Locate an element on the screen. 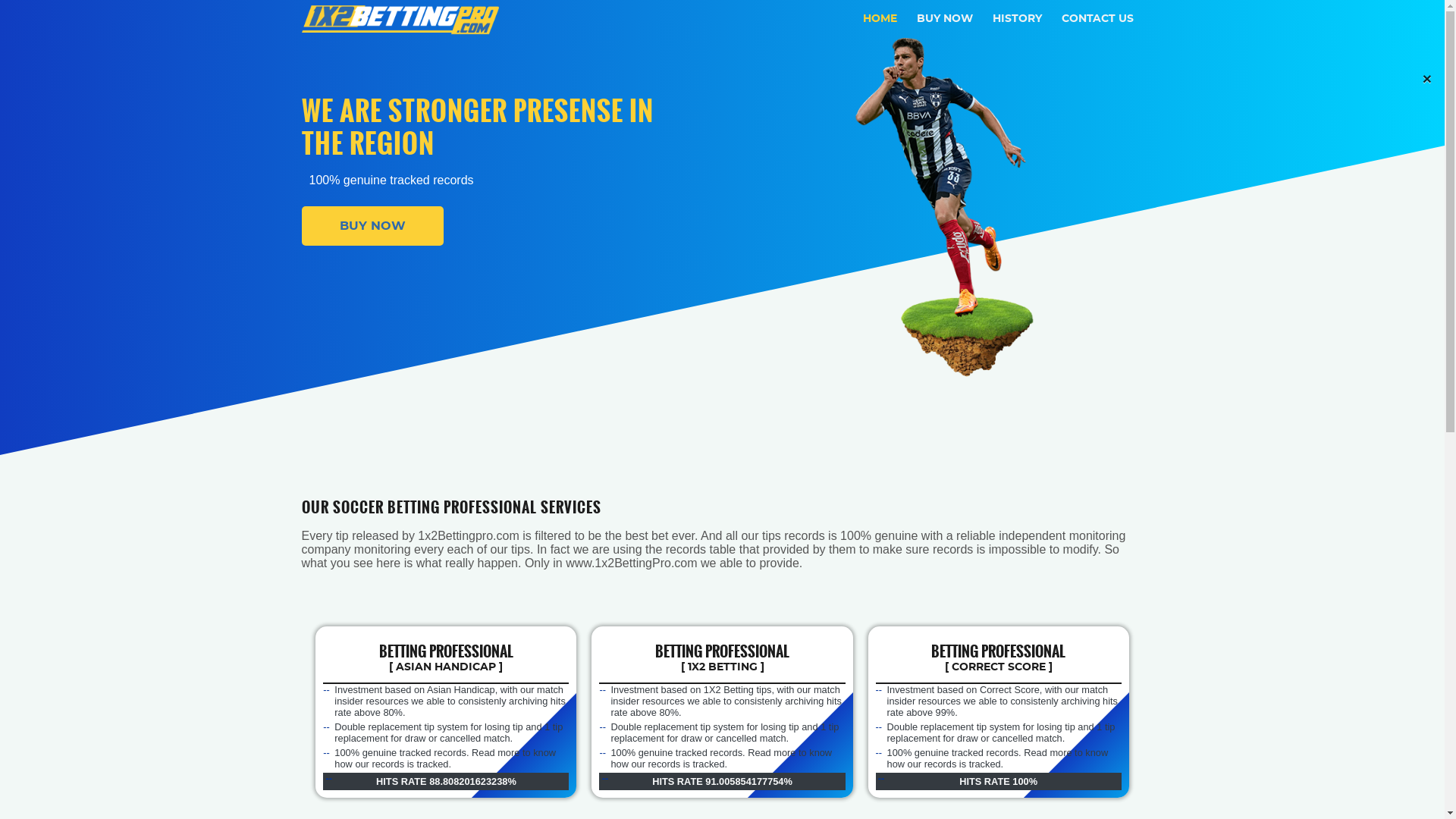 The image size is (1456, 819). 'BUY NOW' is located at coordinates (372, 225).